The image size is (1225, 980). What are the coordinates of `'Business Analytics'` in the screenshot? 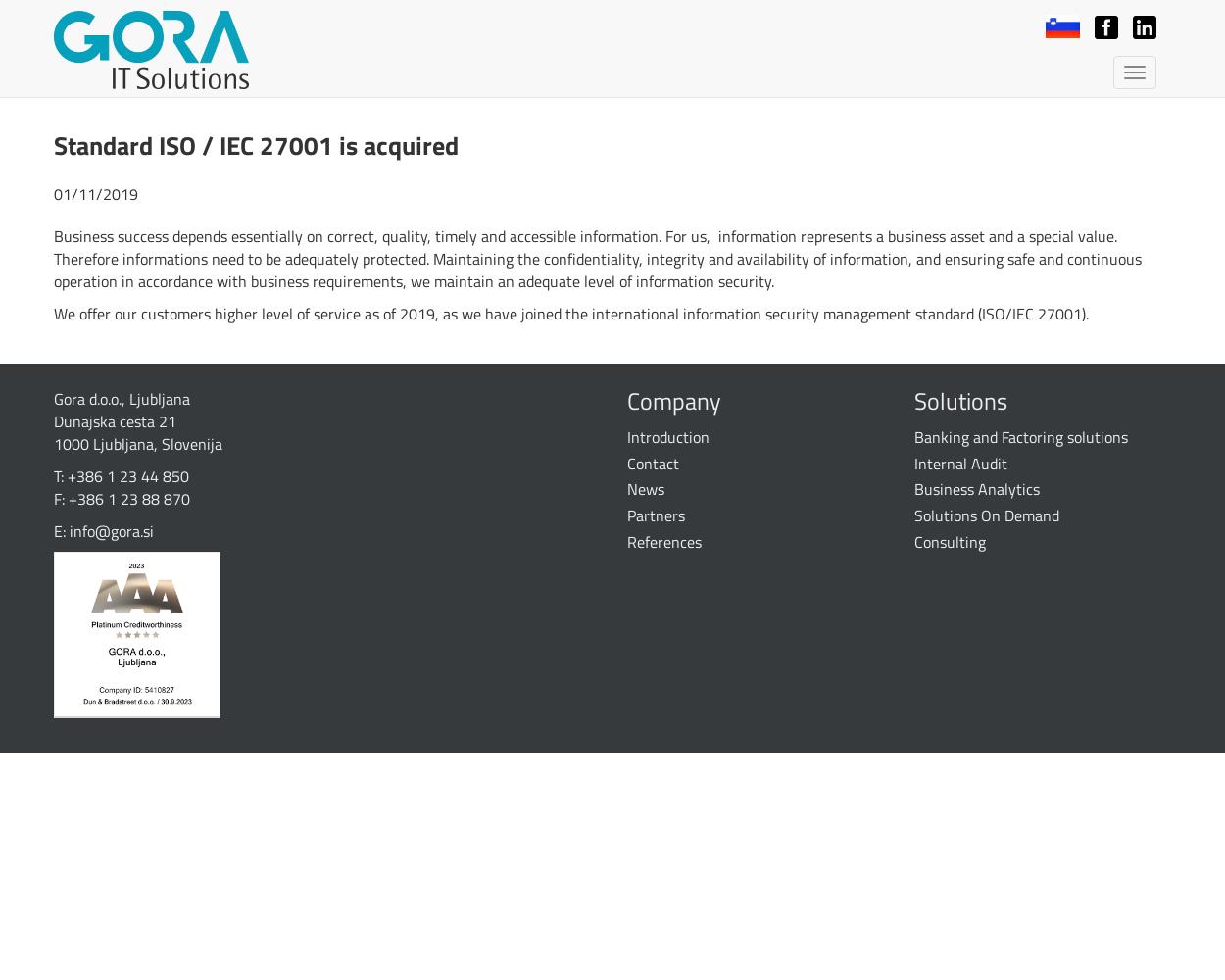 It's located at (974, 488).